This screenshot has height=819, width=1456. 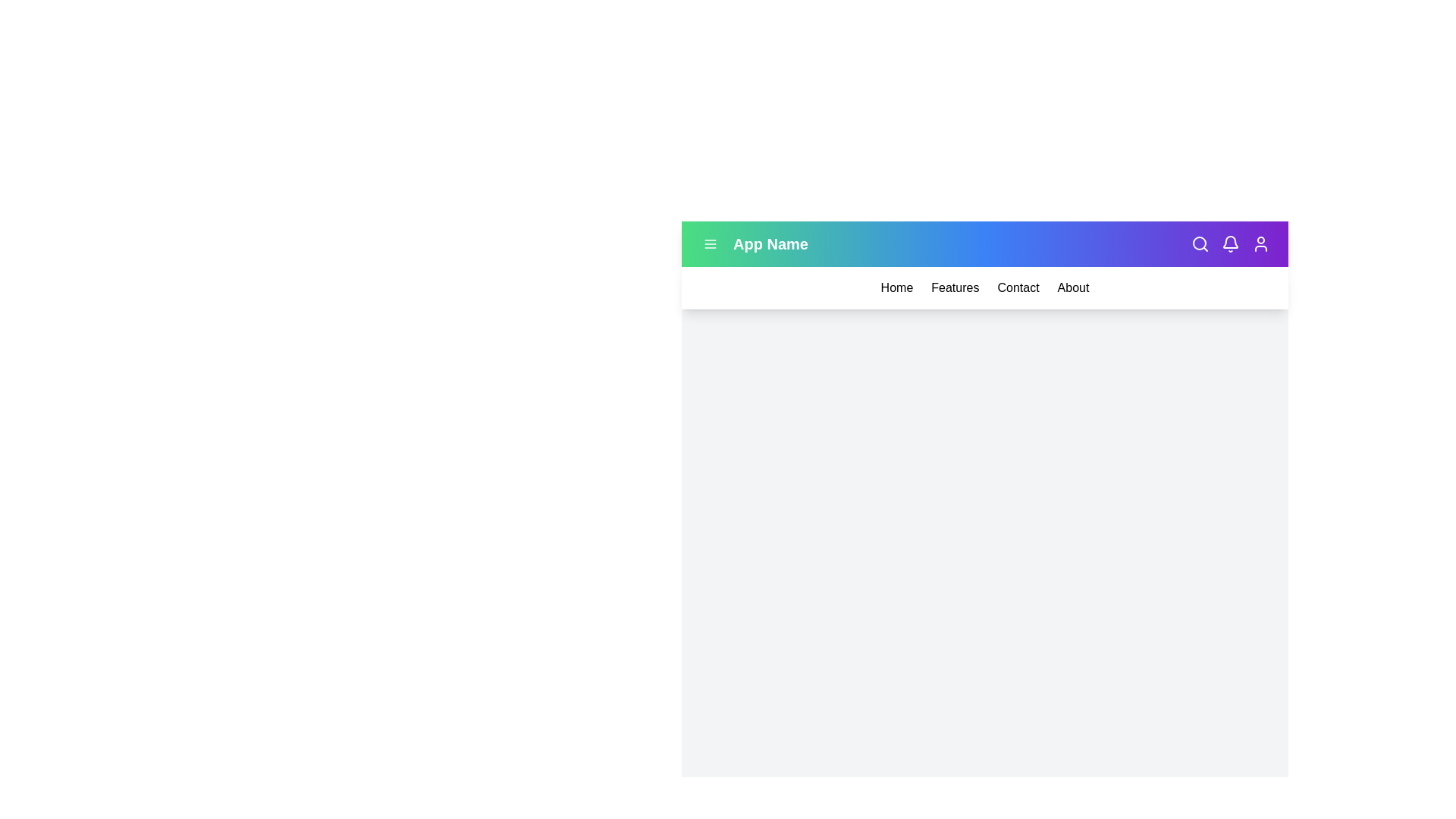 What do you see at coordinates (1072, 288) in the screenshot?
I see `the 'About' link in the navigation bar` at bounding box center [1072, 288].